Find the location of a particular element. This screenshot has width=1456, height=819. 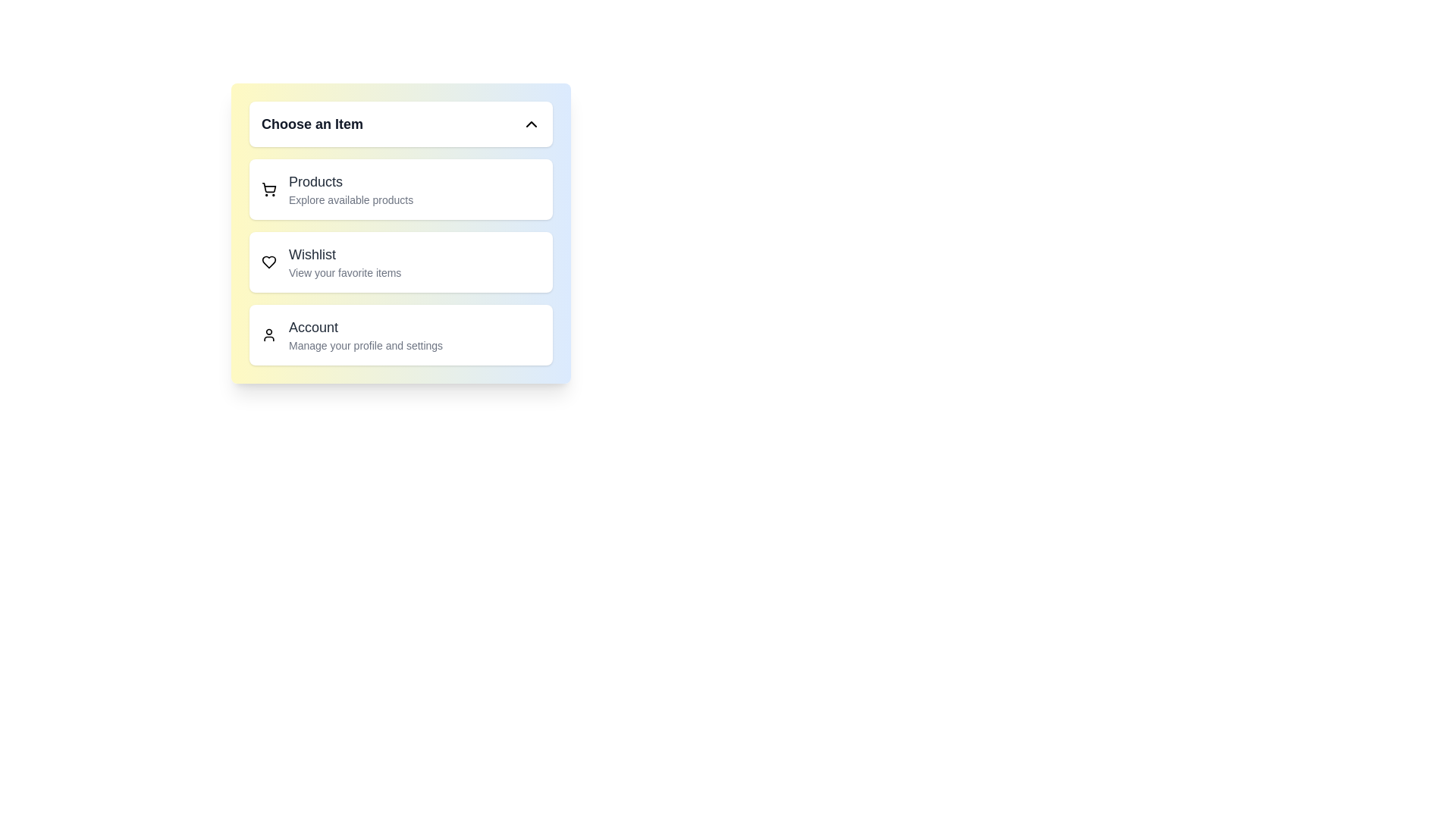

main menu button to toggle the menu state is located at coordinates (400, 124).